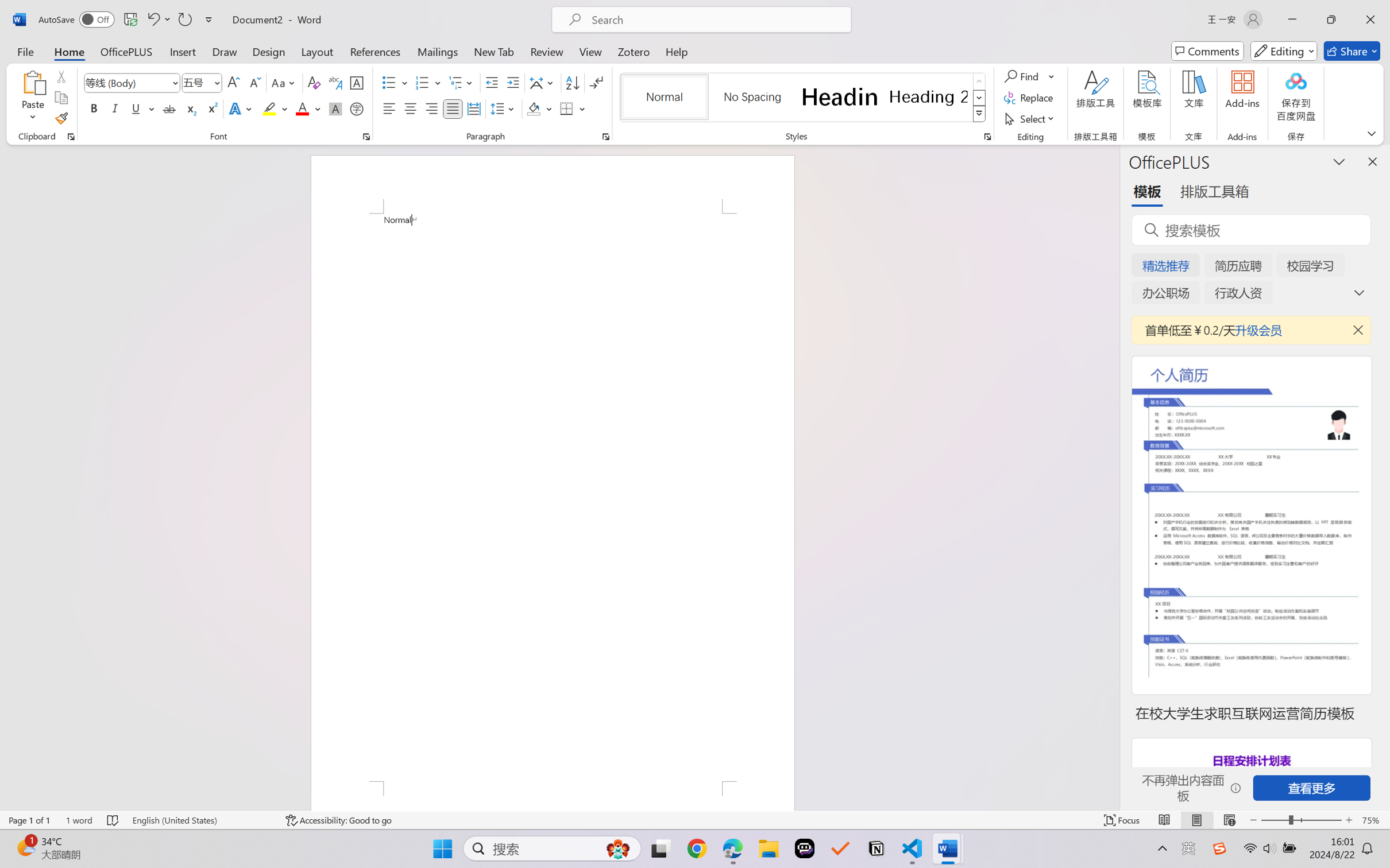 The image size is (1390, 868). What do you see at coordinates (130, 19) in the screenshot?
I see `'Save'` at bounding box center [130, 19].